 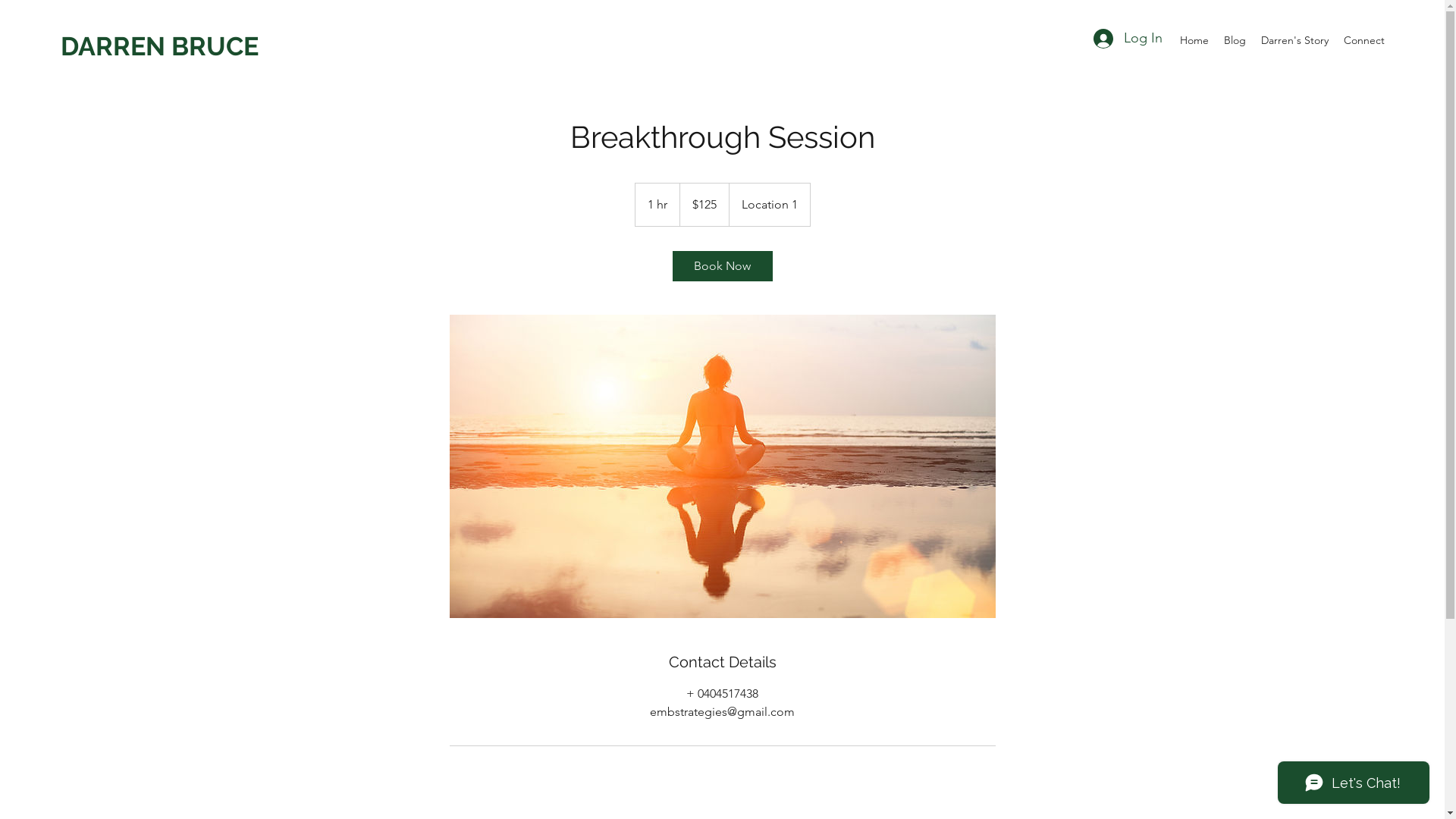 I want to click on 'Log In', so click(x=1082, y=37).